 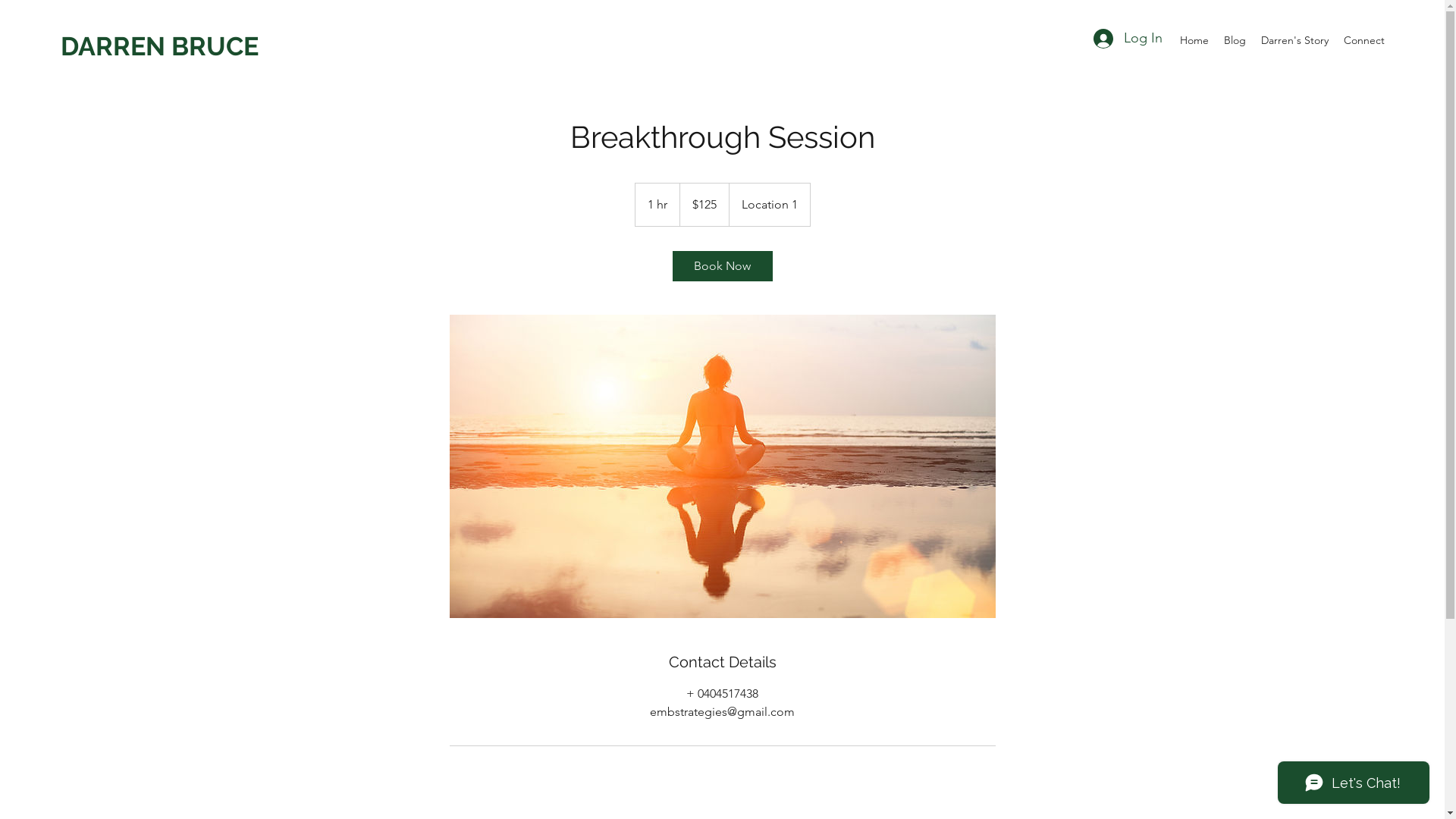 I want to click on 'Log In', so click(x=1082, y=37).